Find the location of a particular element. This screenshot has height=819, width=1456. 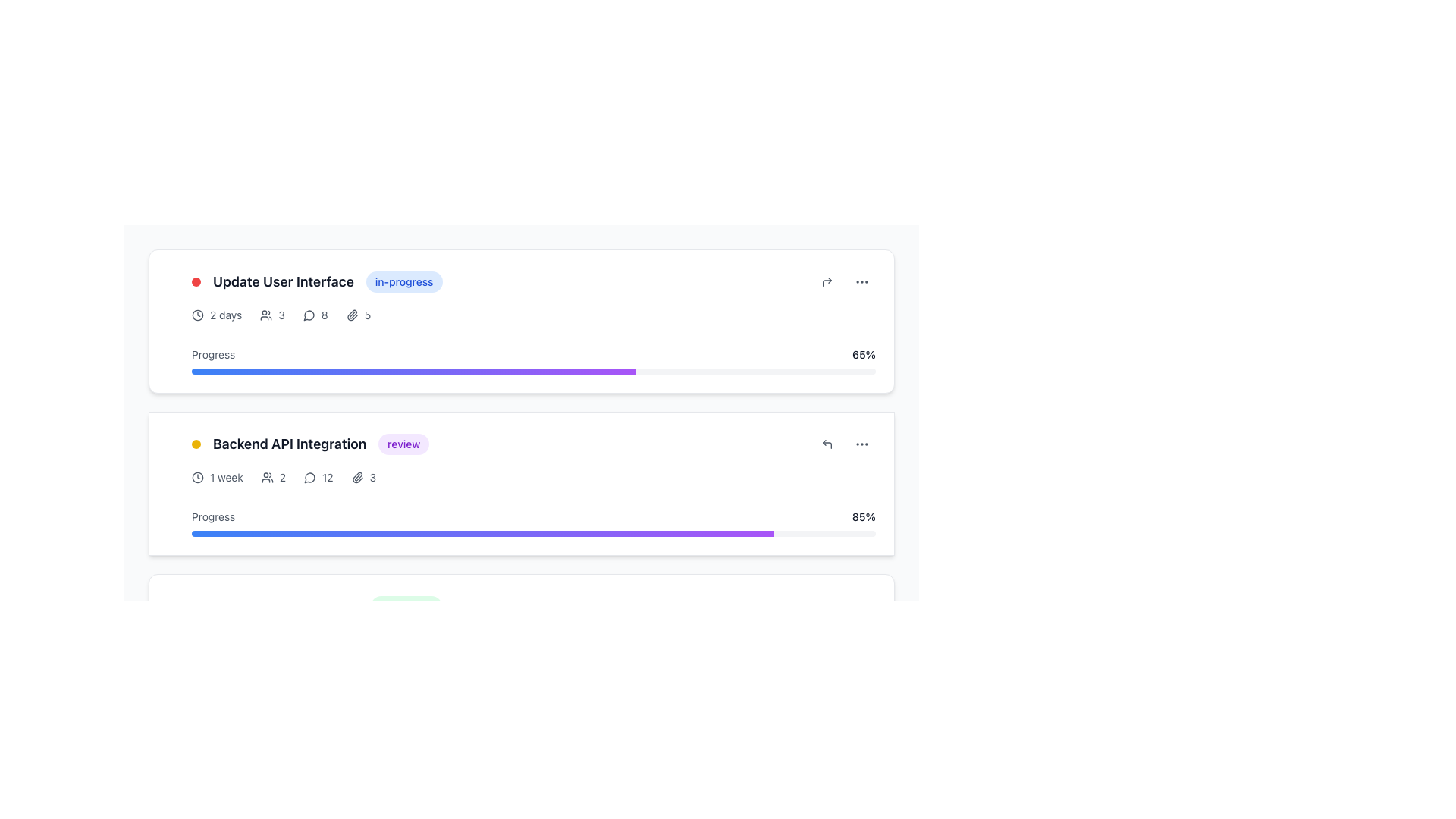

the text label displaying '2 days', which is located under the task title 'Update User Interface' and follows a clock icon in the upper task card is located at coordinates (225, 315).